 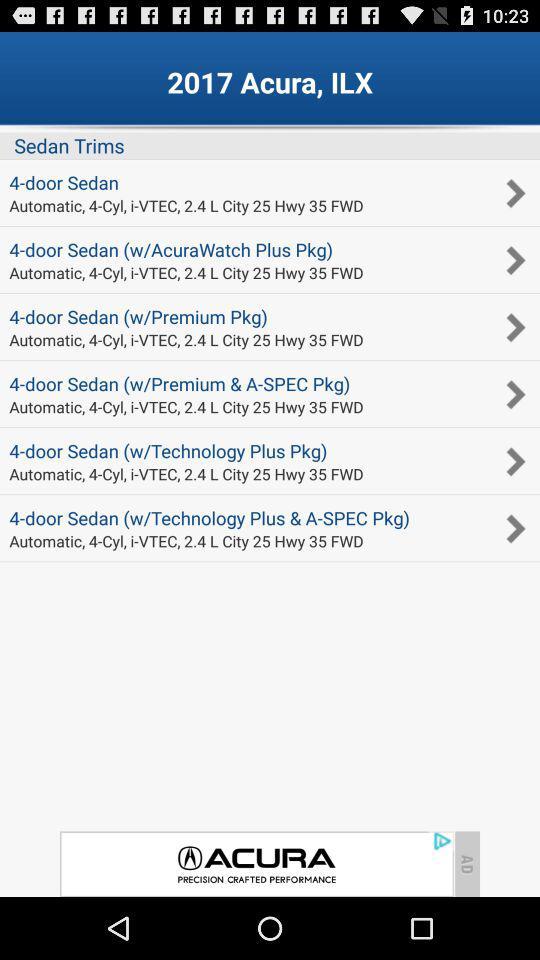 I want to click on pop up advertisement button, so click(x=256, y=863).